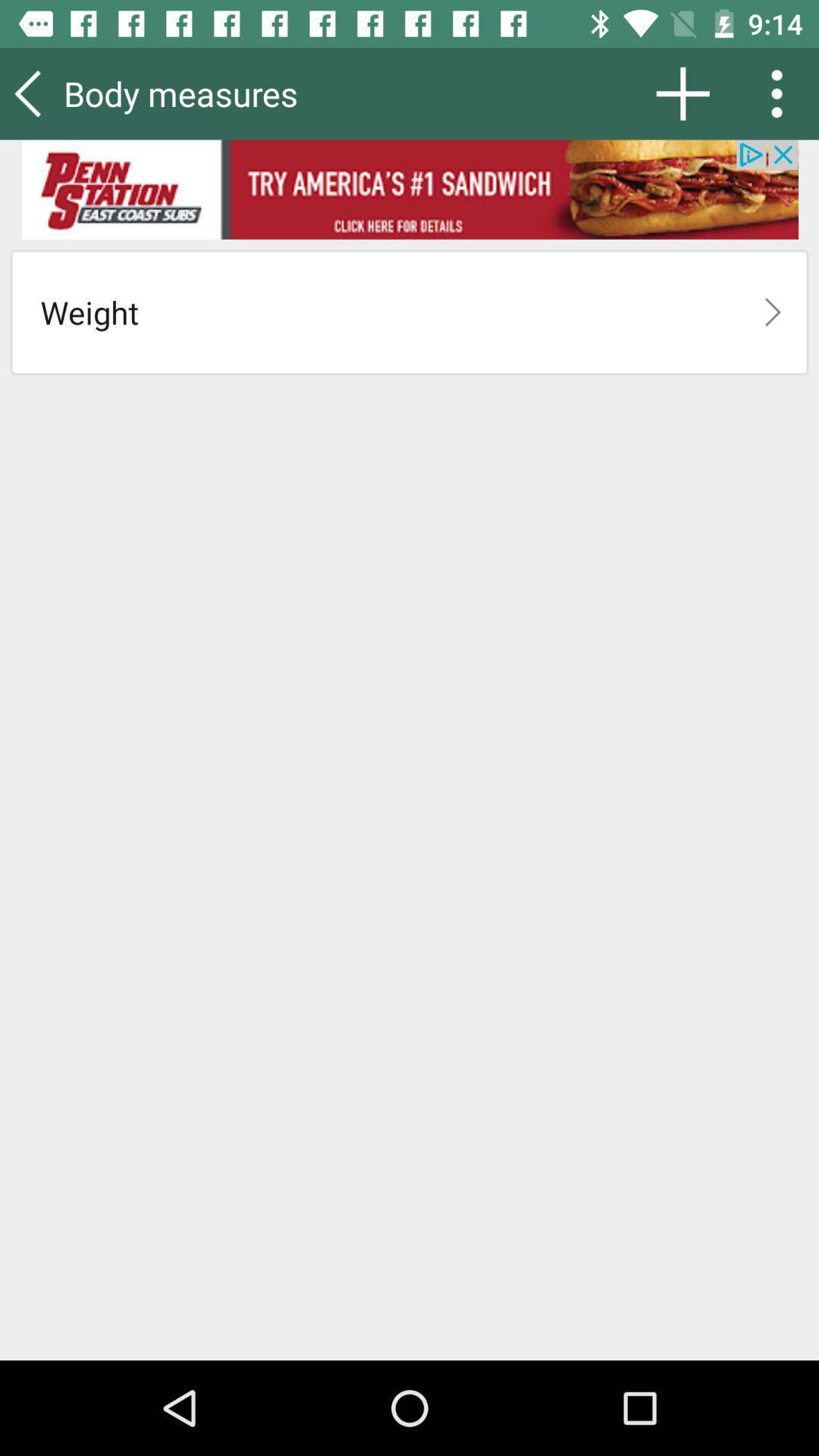 The image size is (819, 1456). Describe the element at coordinates (782, 93) in the screenshot. I see `the more icon` at that location.